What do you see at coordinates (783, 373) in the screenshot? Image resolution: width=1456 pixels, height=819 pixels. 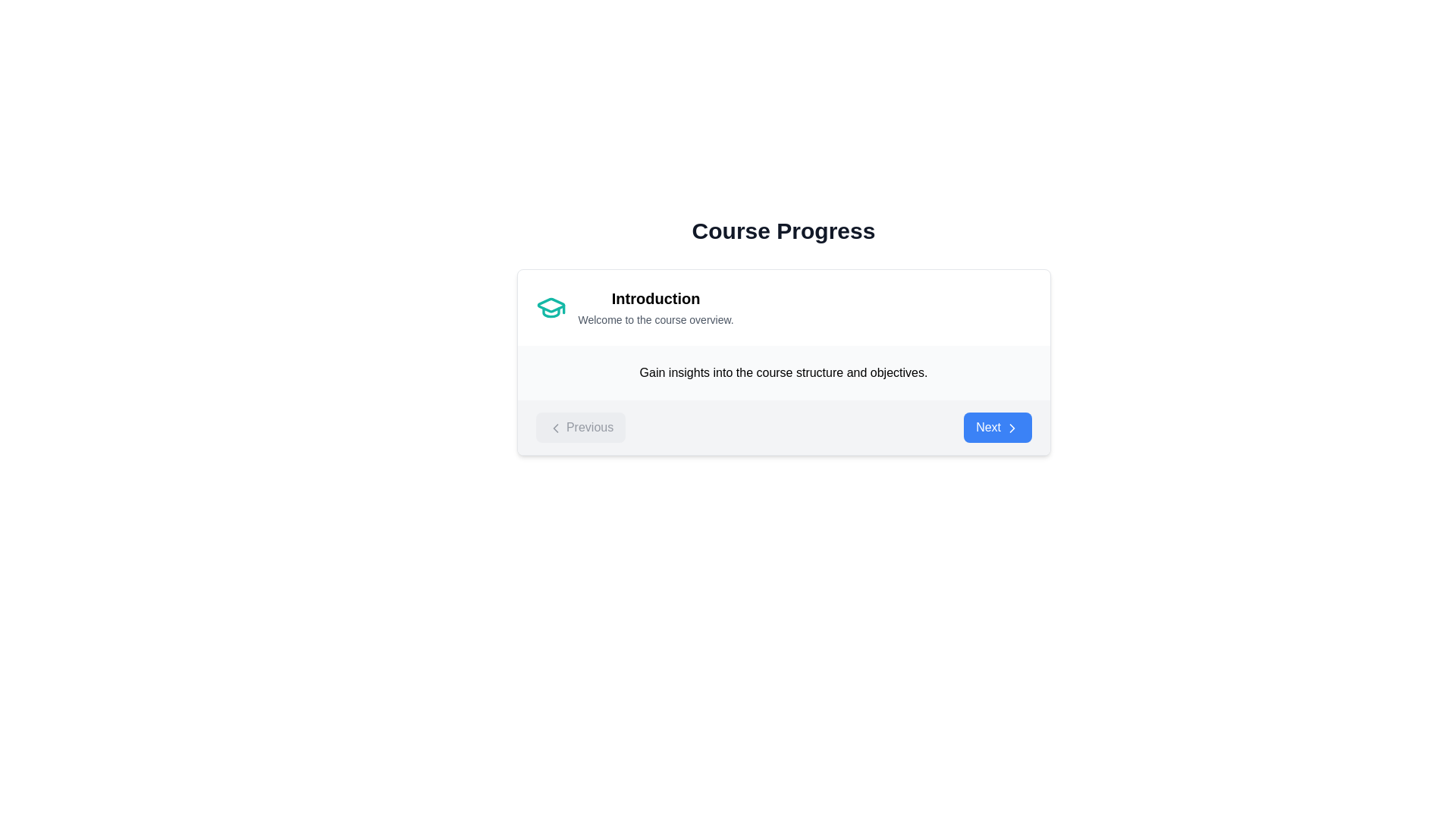 I see `the text content that provides additional information or context to the introduction section, located below the 'Introduction' section and above the navigation bar` at bounding box center [783, 373].